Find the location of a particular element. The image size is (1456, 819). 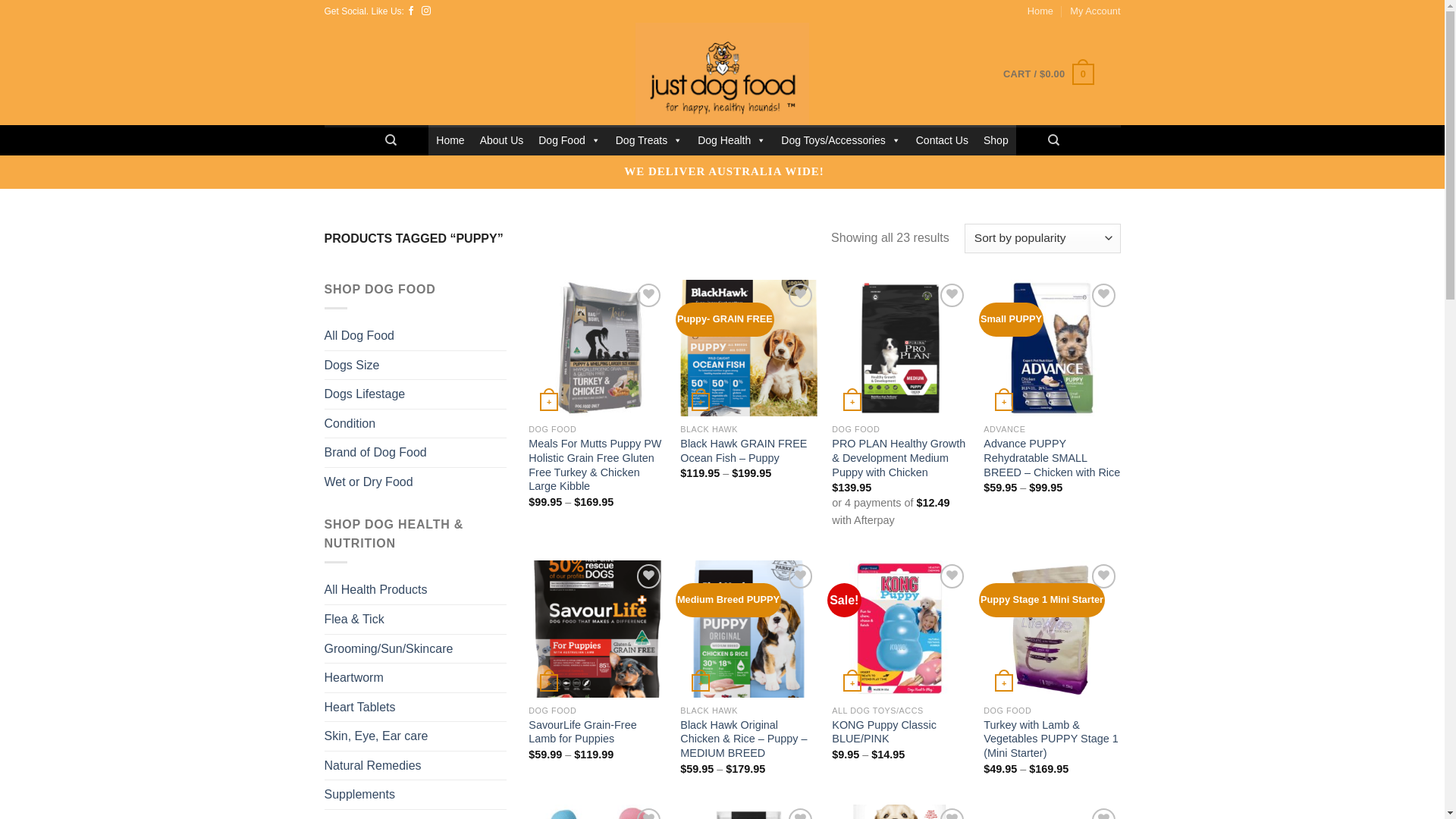

'Heartworm' is located at coordinates (353, 677).